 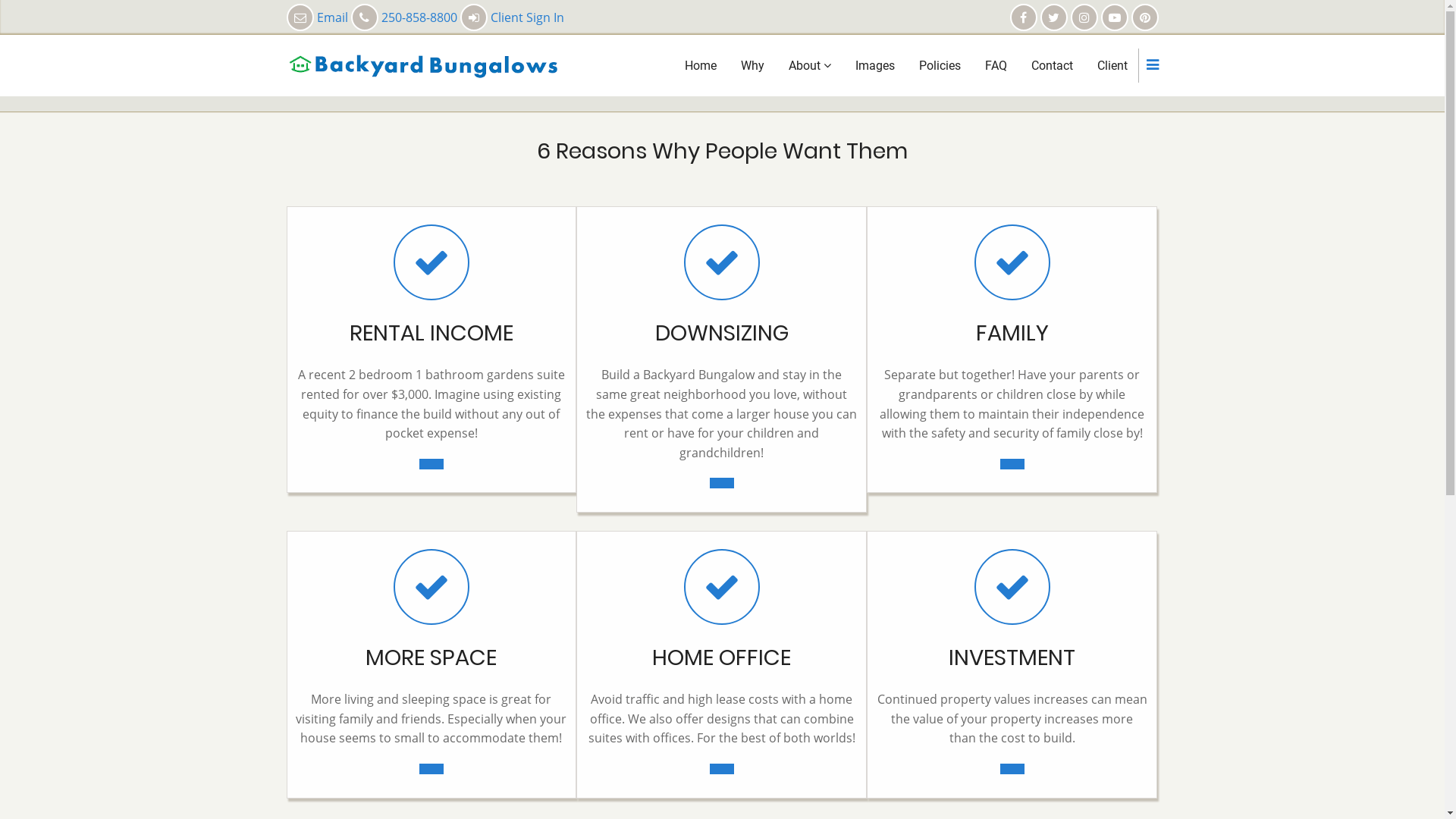 I want to click on 'Client', so click(x=1084, y=65).